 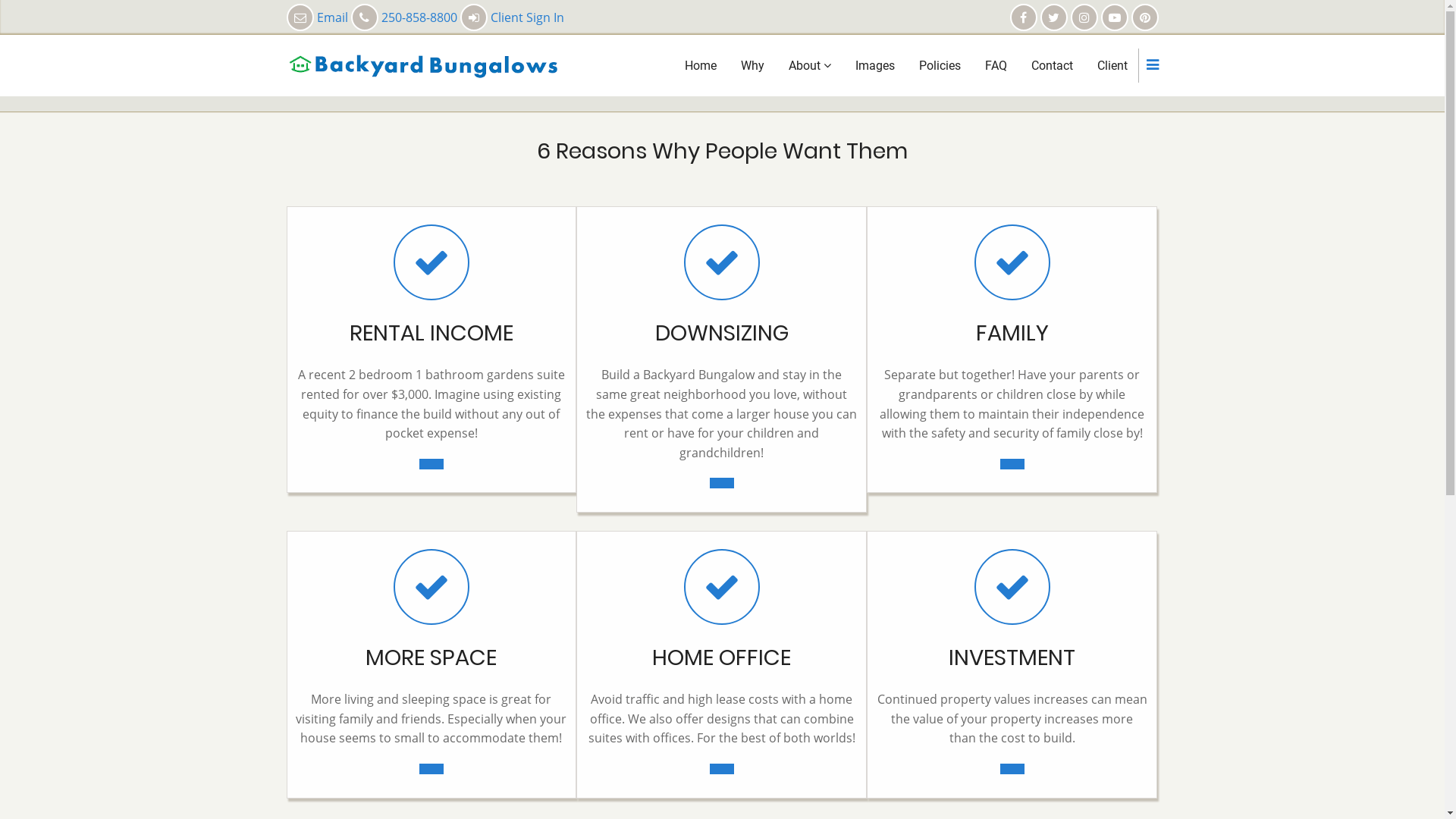 I want to click on 'Client', so click(x=1084, y=65).